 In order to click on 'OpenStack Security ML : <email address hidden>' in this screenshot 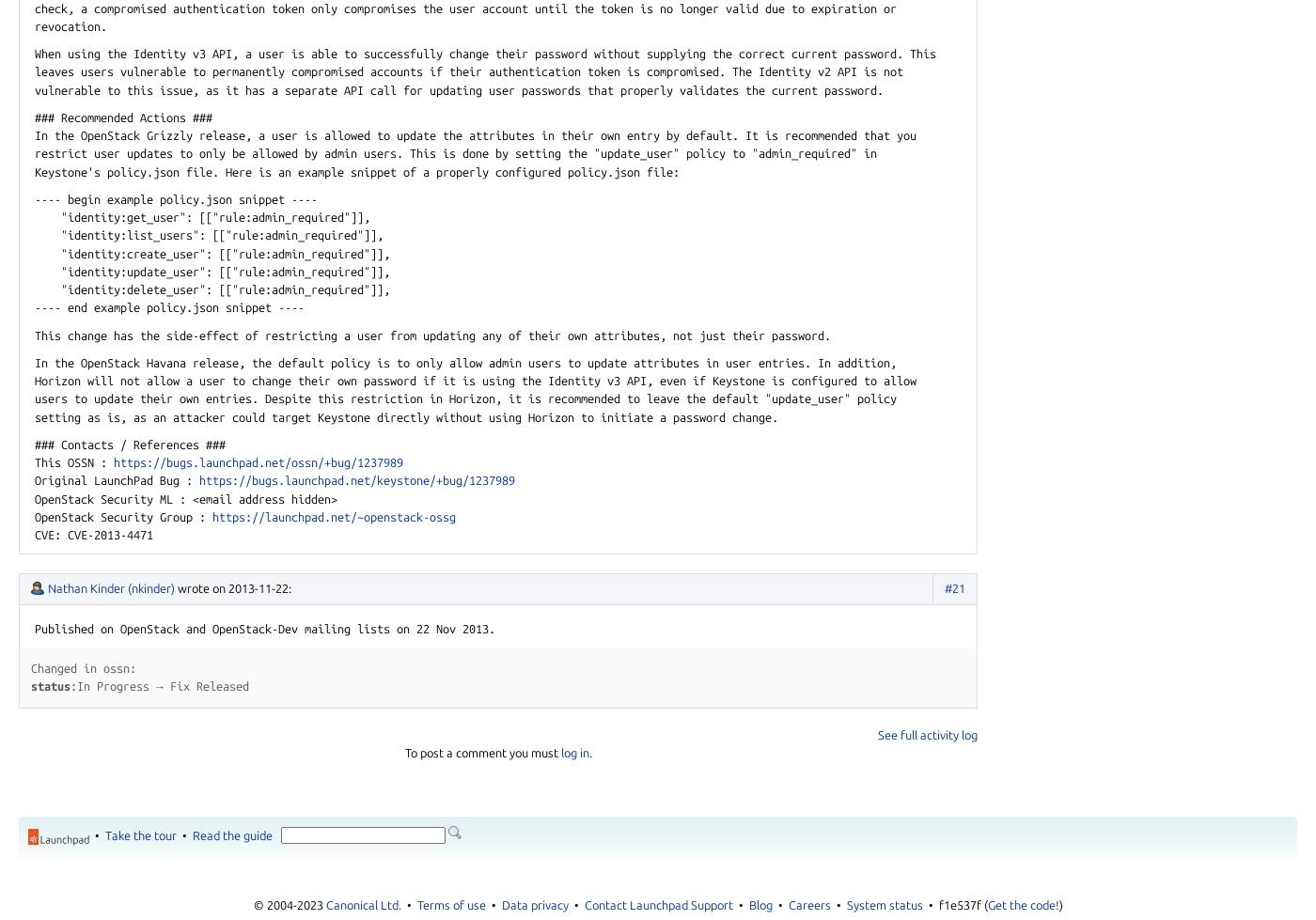, I will do `click(185, 497)`.